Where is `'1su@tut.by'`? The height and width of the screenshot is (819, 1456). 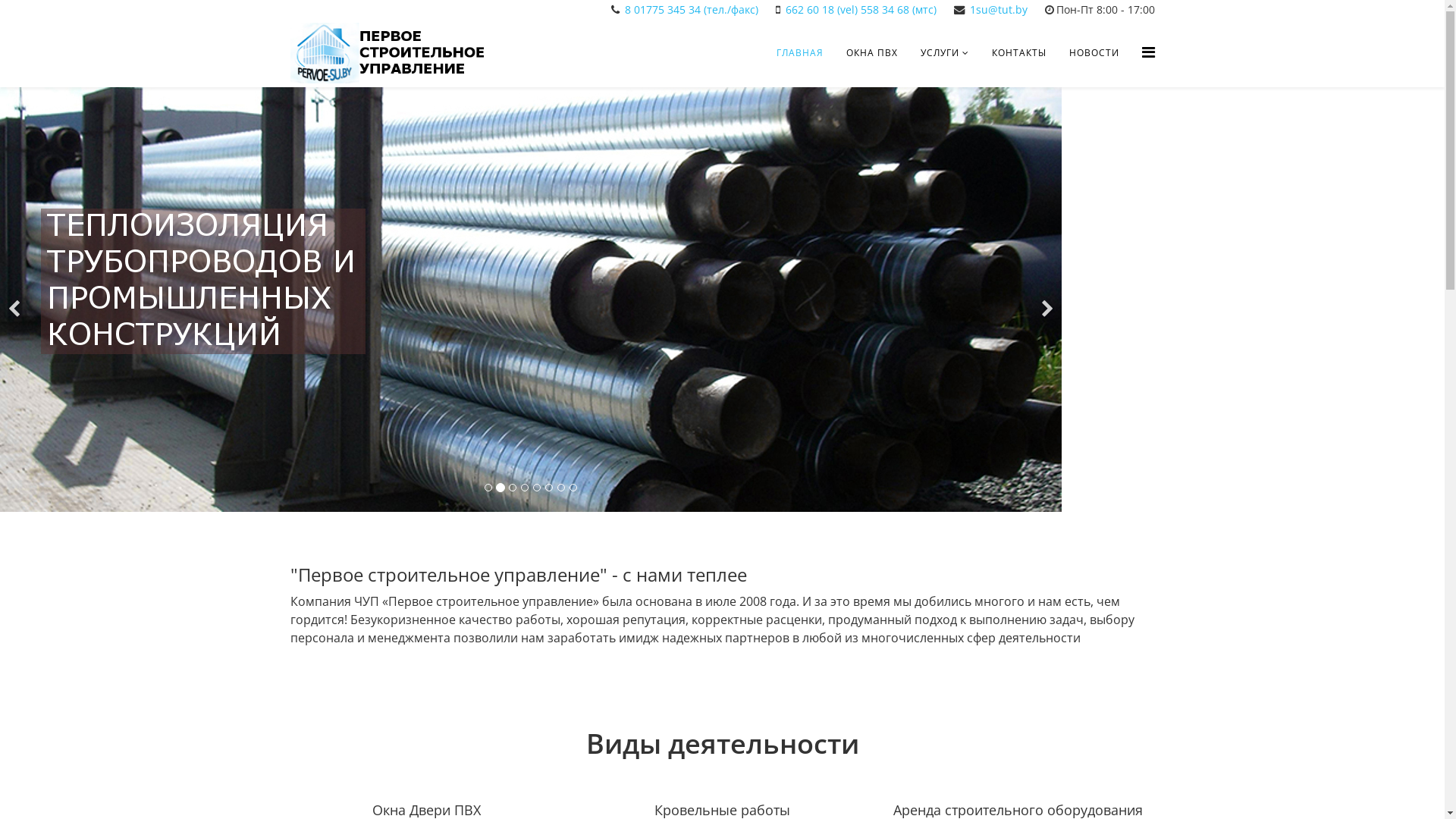
'1su@tut.by' is located at coordinates (997, 9).